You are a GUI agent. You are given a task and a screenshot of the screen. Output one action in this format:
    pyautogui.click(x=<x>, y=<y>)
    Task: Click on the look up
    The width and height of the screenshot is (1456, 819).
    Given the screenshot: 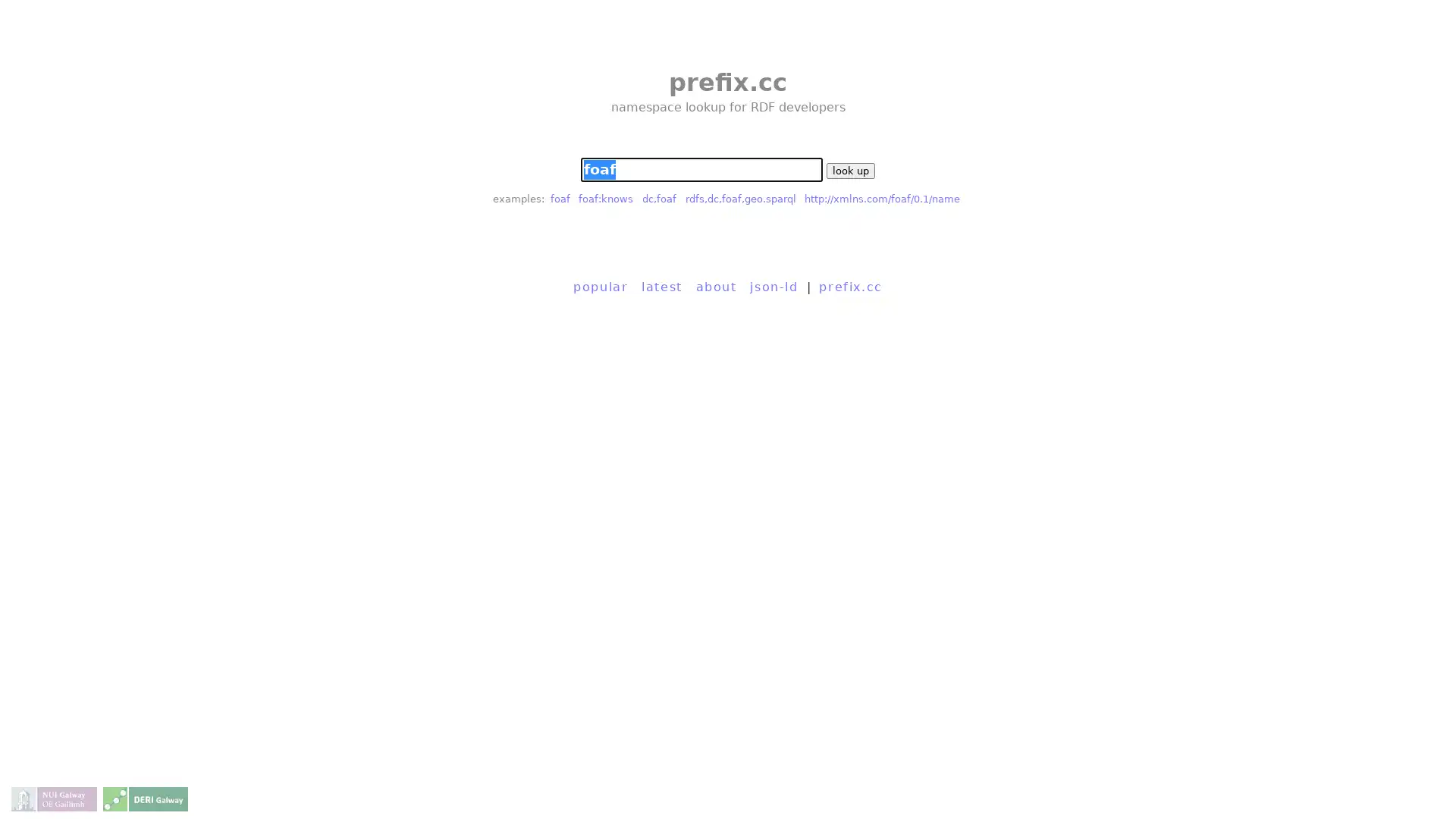 What is the action you would take?
    pyautogui.click(x=851, y=171)
    